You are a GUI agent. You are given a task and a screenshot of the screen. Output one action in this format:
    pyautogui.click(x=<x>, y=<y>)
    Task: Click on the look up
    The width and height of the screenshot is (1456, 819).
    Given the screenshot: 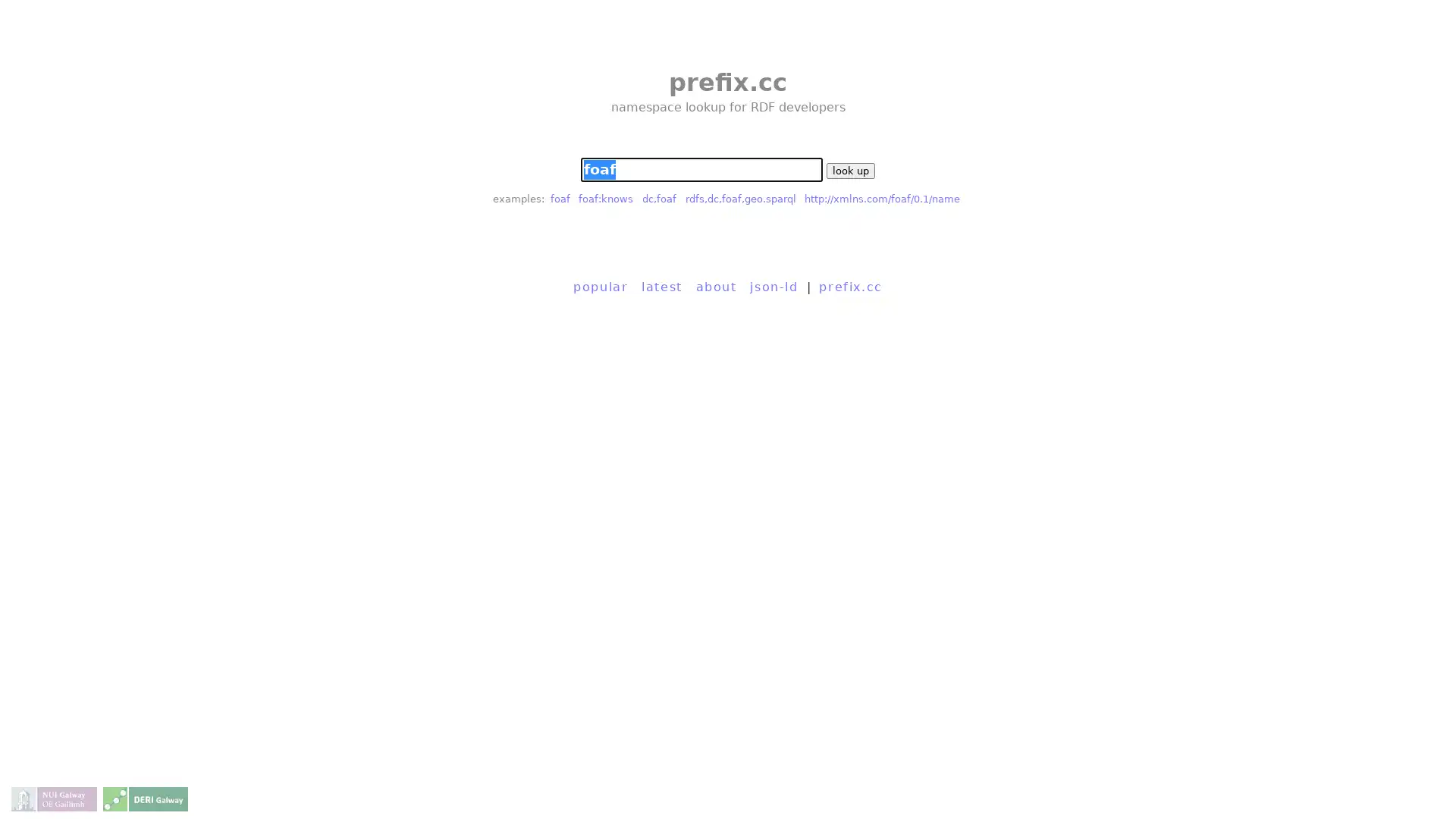 What is the action you would take?
    pyautogui.click(x=851, y=171)
    